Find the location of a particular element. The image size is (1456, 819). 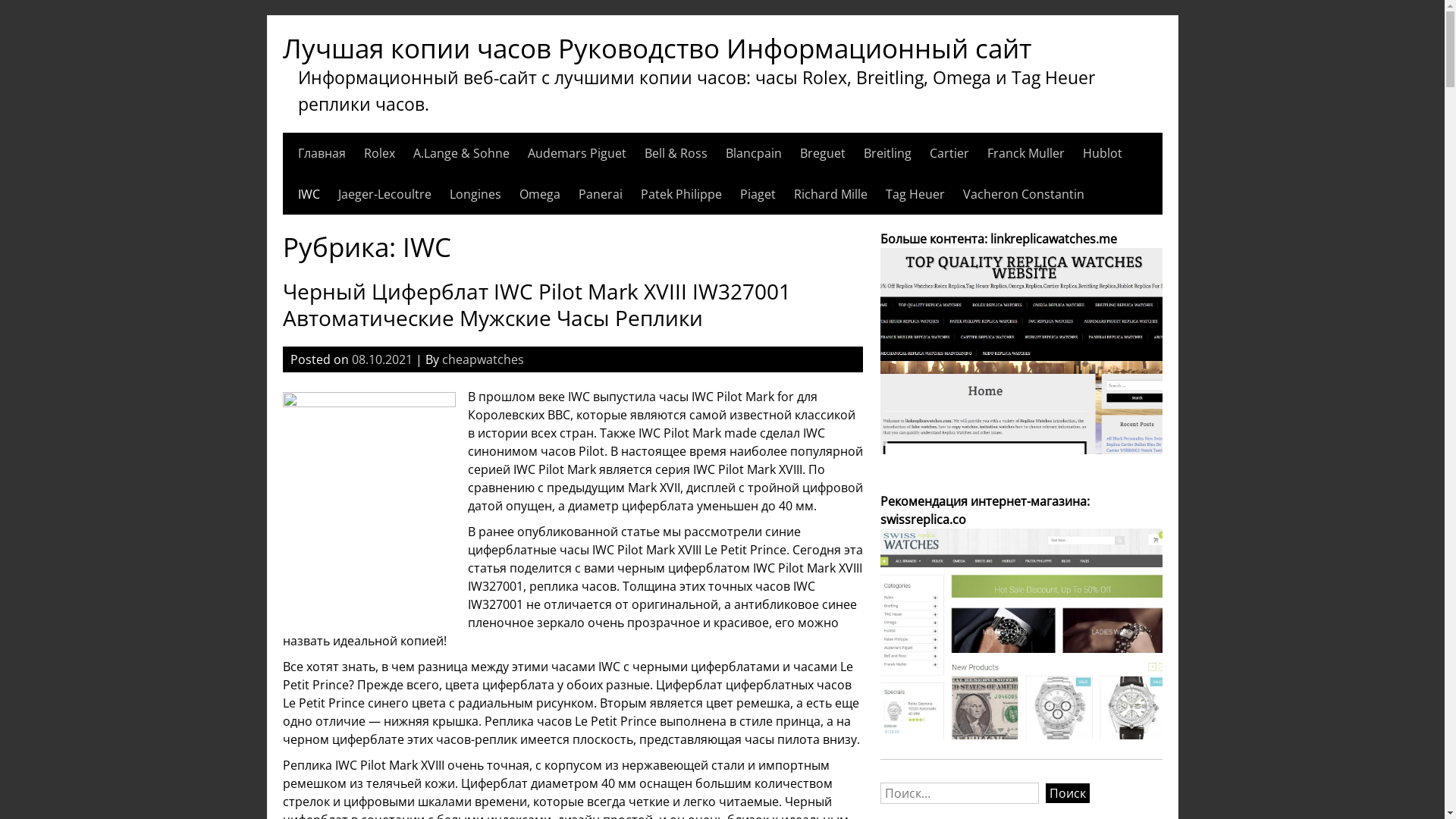

'Cartier' is located at coordinates (949, 152).